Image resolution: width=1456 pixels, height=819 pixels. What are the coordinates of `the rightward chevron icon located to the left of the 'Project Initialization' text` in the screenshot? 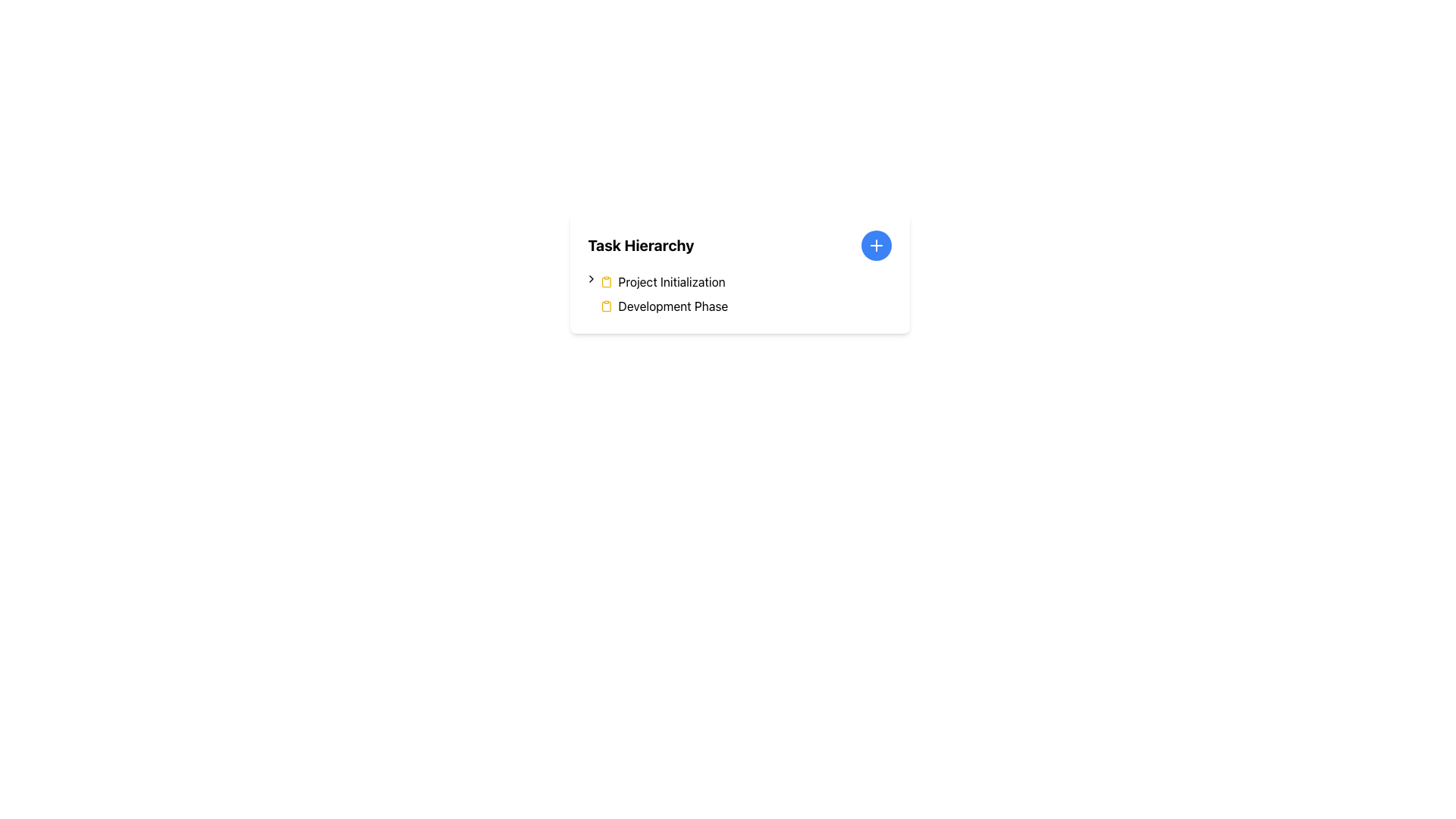 It's located at (590, 278).